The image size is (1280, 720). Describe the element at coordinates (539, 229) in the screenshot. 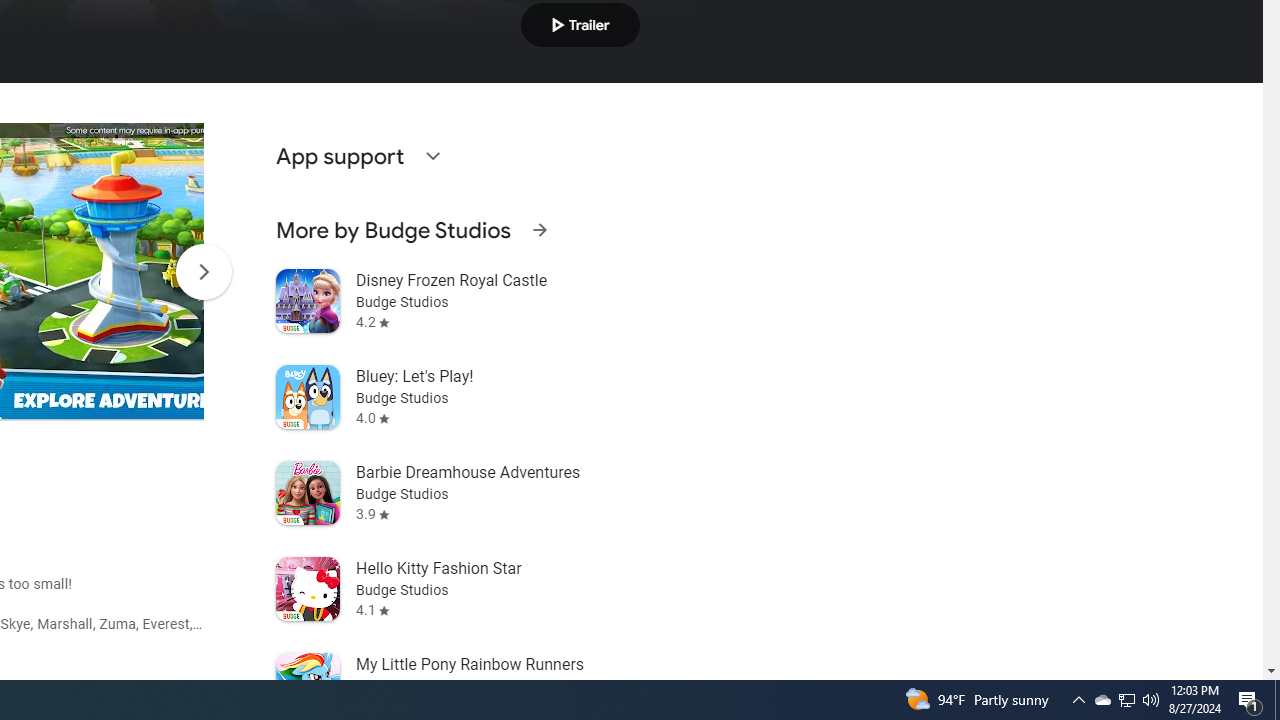

I see `'See more information on More by Budge Studios'` at that location.